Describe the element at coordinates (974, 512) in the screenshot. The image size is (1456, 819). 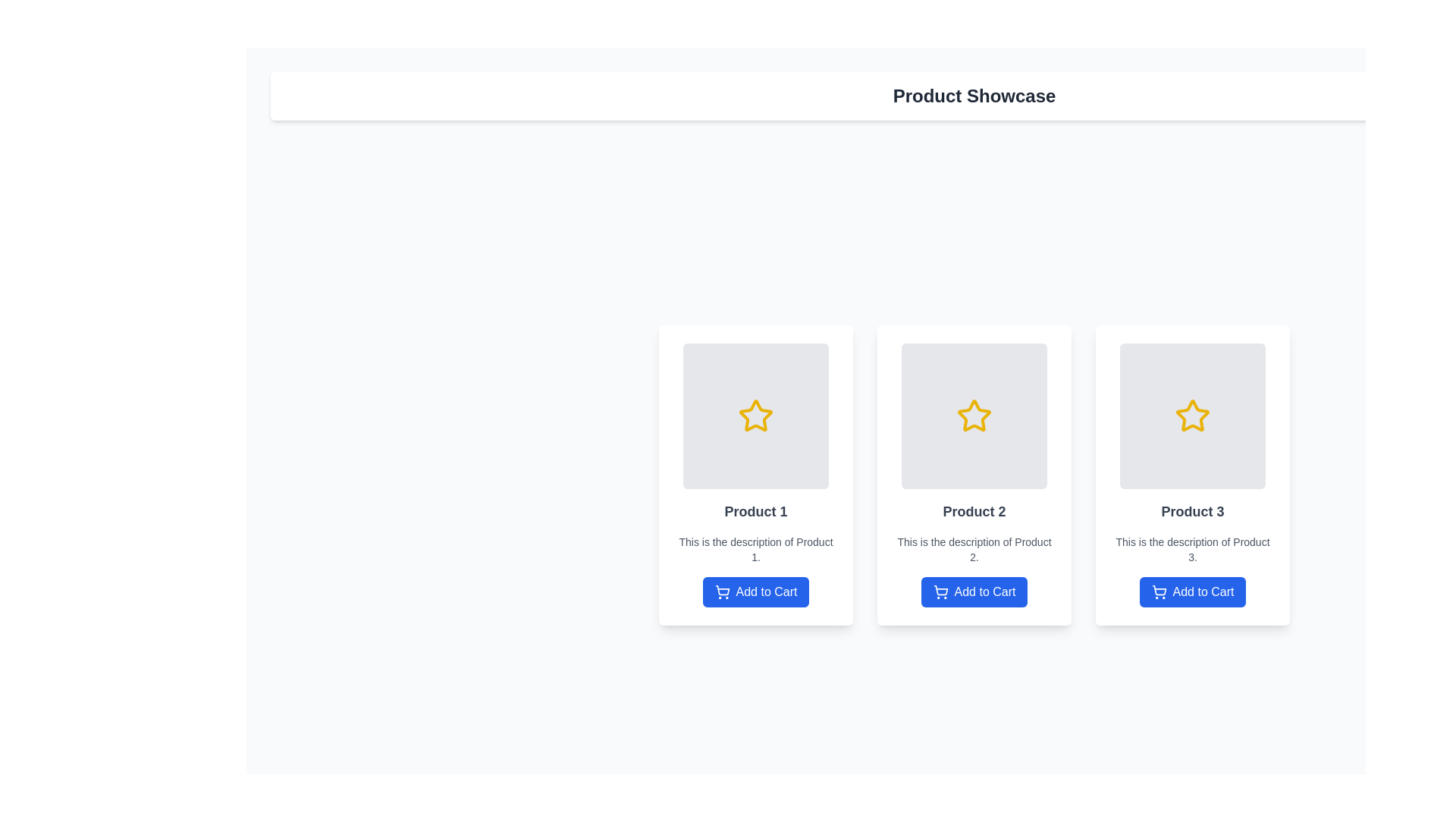
I see `text displayed in the 'Product 2' text label, which is positioned below the star icon in the second card of a three-card layout` at that location.